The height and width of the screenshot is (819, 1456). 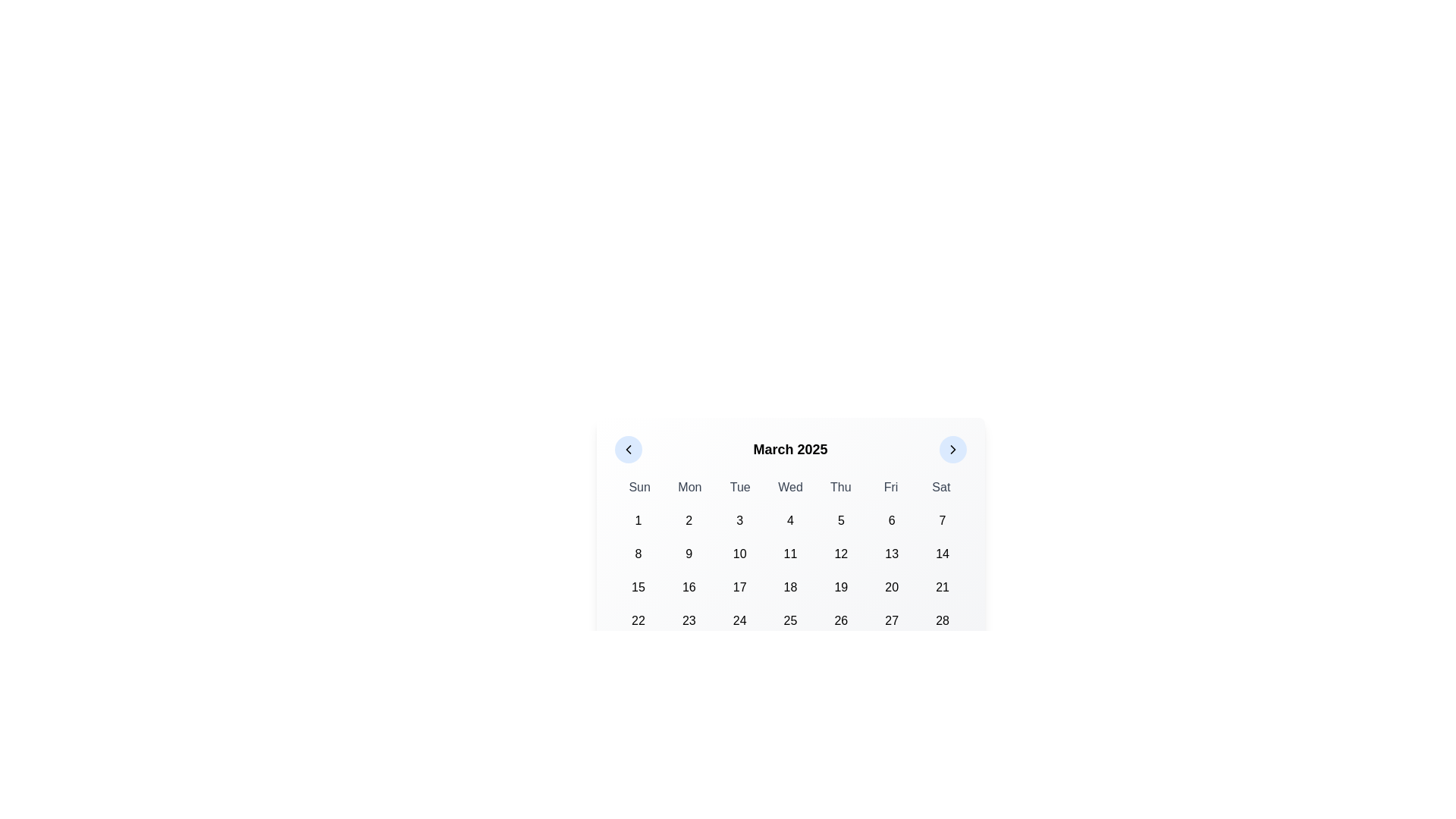 What do you see at coordinates (952, 449) in the screenshot?
I see `the circular button with a light blue background and a right-pointing chevron icon to change its background color` at bounding box center [952, 449].